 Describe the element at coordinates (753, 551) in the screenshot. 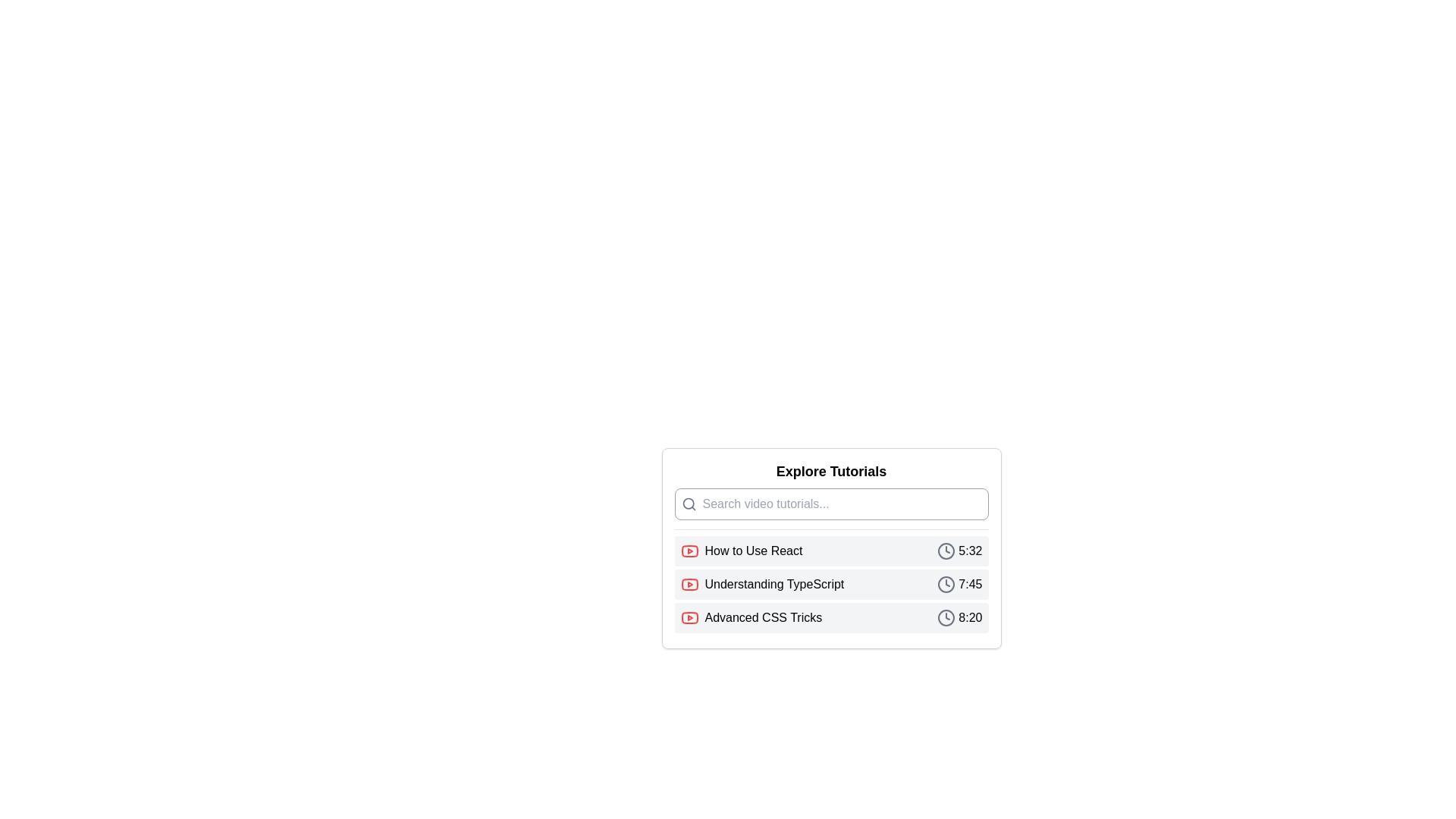

I see `the text displaying 'How to Use React'` at that location.